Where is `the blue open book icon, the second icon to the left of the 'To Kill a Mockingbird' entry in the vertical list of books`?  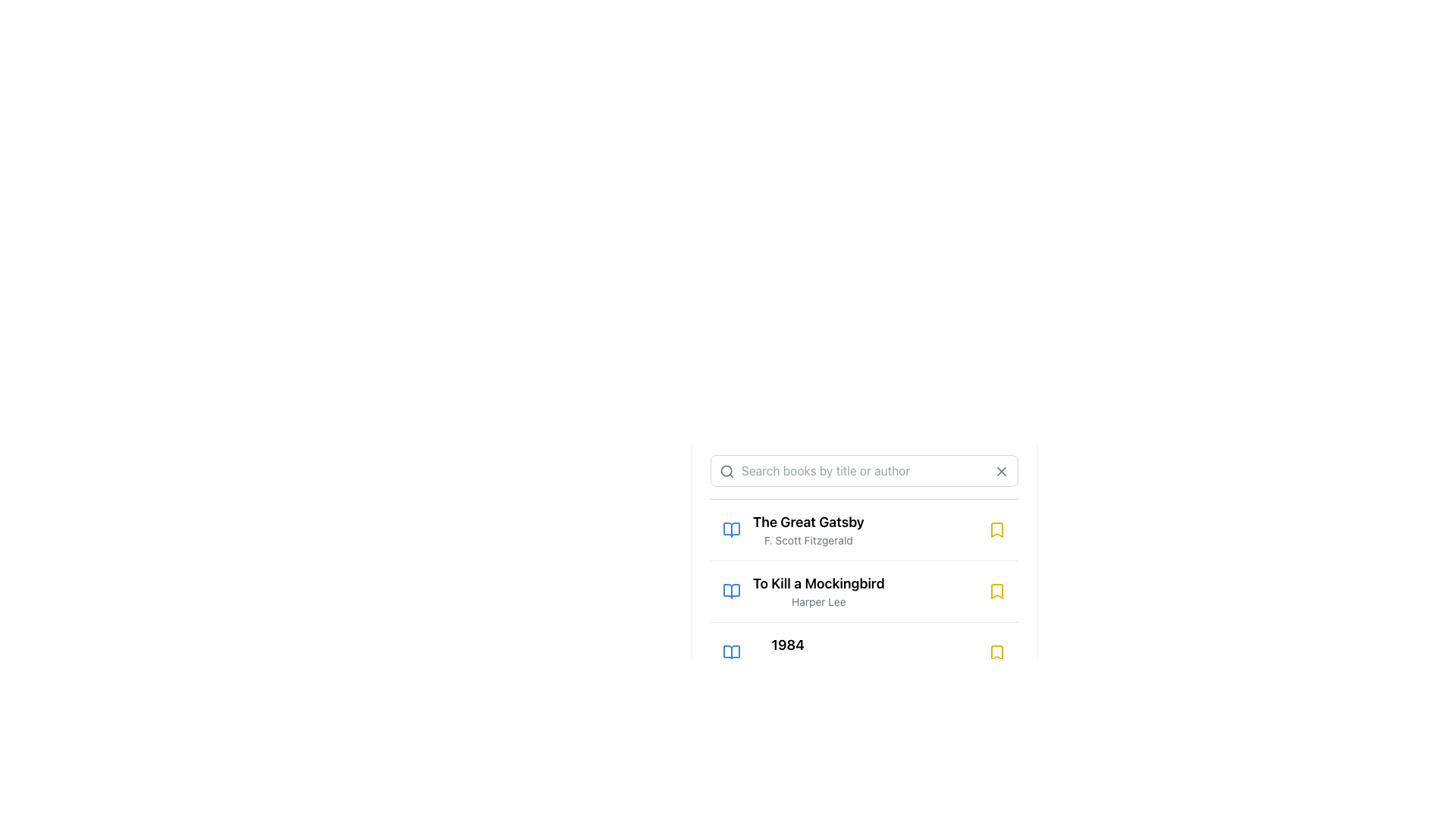 the blue open book icon, the second icon to the left of the 'To Kill a Mockingbird' entry in the vertical list of books is located at coordinates (731, 590).